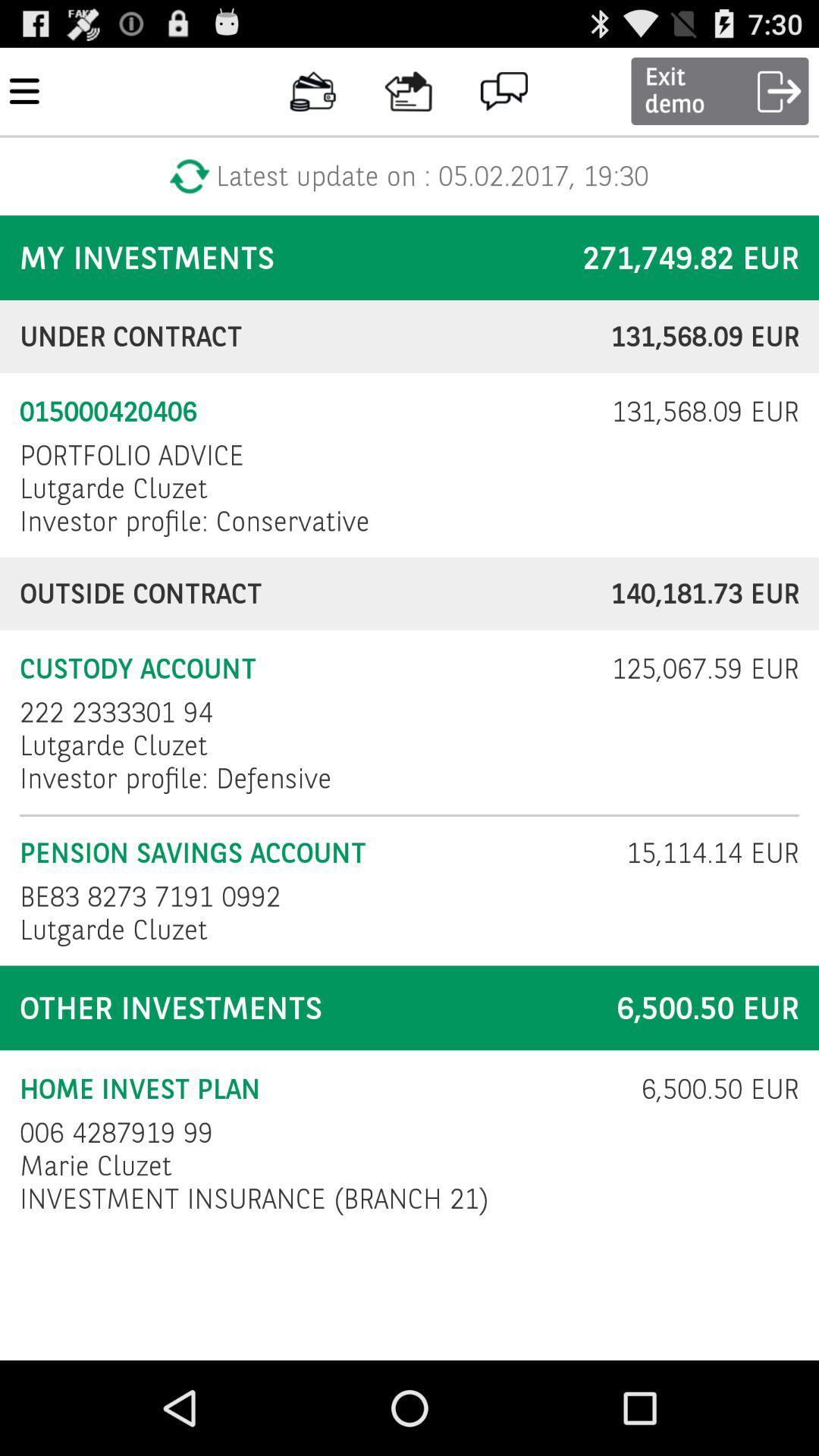 This screenshot has width=819, height=1456. What do you see at coordinates (306, 668) in the screenshot?
I see `checkbox to the left of 125 067 59 icon` at bounding box center [306, 668].